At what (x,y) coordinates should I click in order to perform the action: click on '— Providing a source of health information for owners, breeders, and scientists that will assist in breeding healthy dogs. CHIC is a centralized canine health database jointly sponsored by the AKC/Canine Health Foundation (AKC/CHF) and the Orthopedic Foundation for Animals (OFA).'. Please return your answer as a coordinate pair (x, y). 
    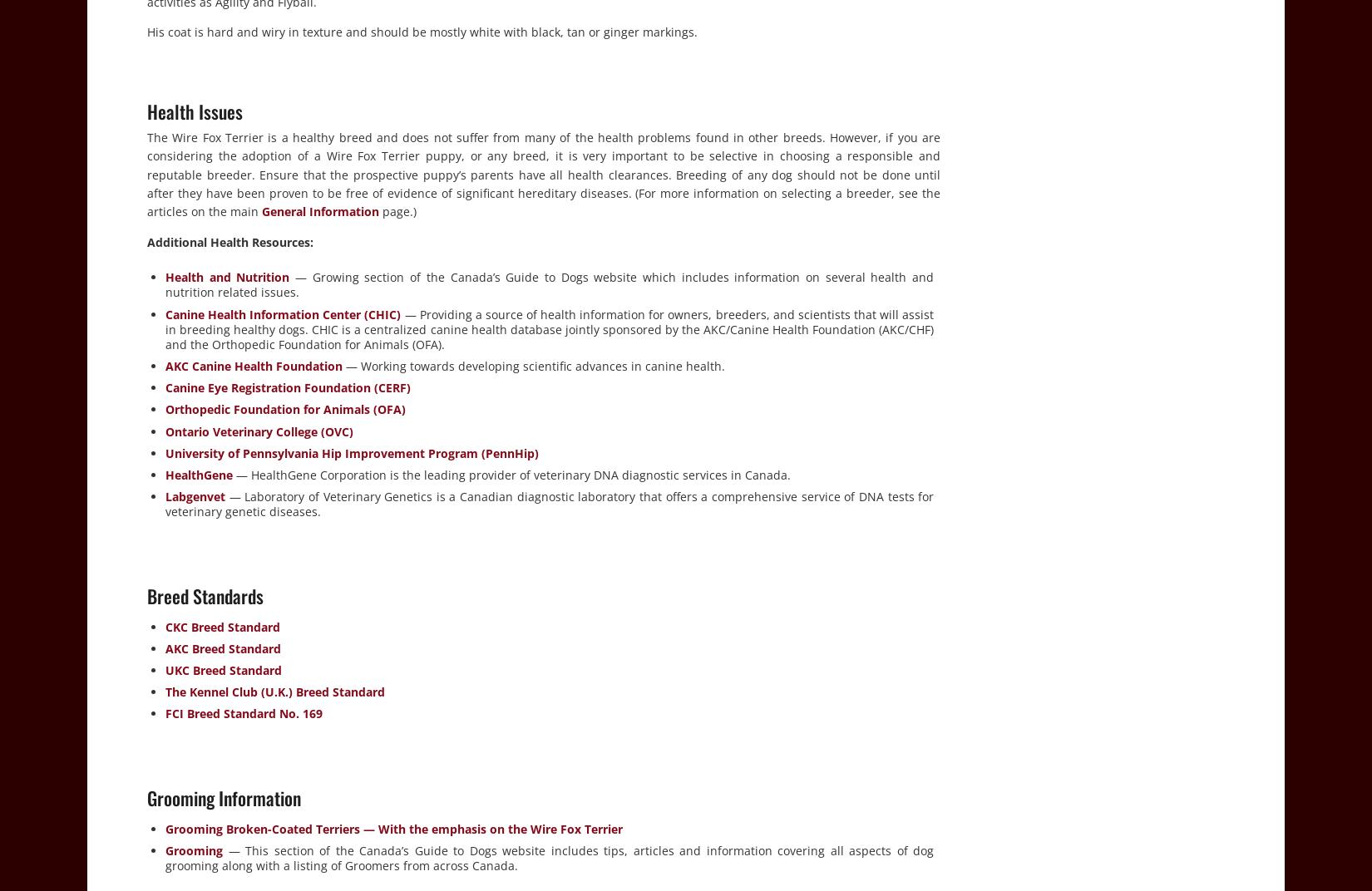
    Looking at the image, I should click on (548, 328).